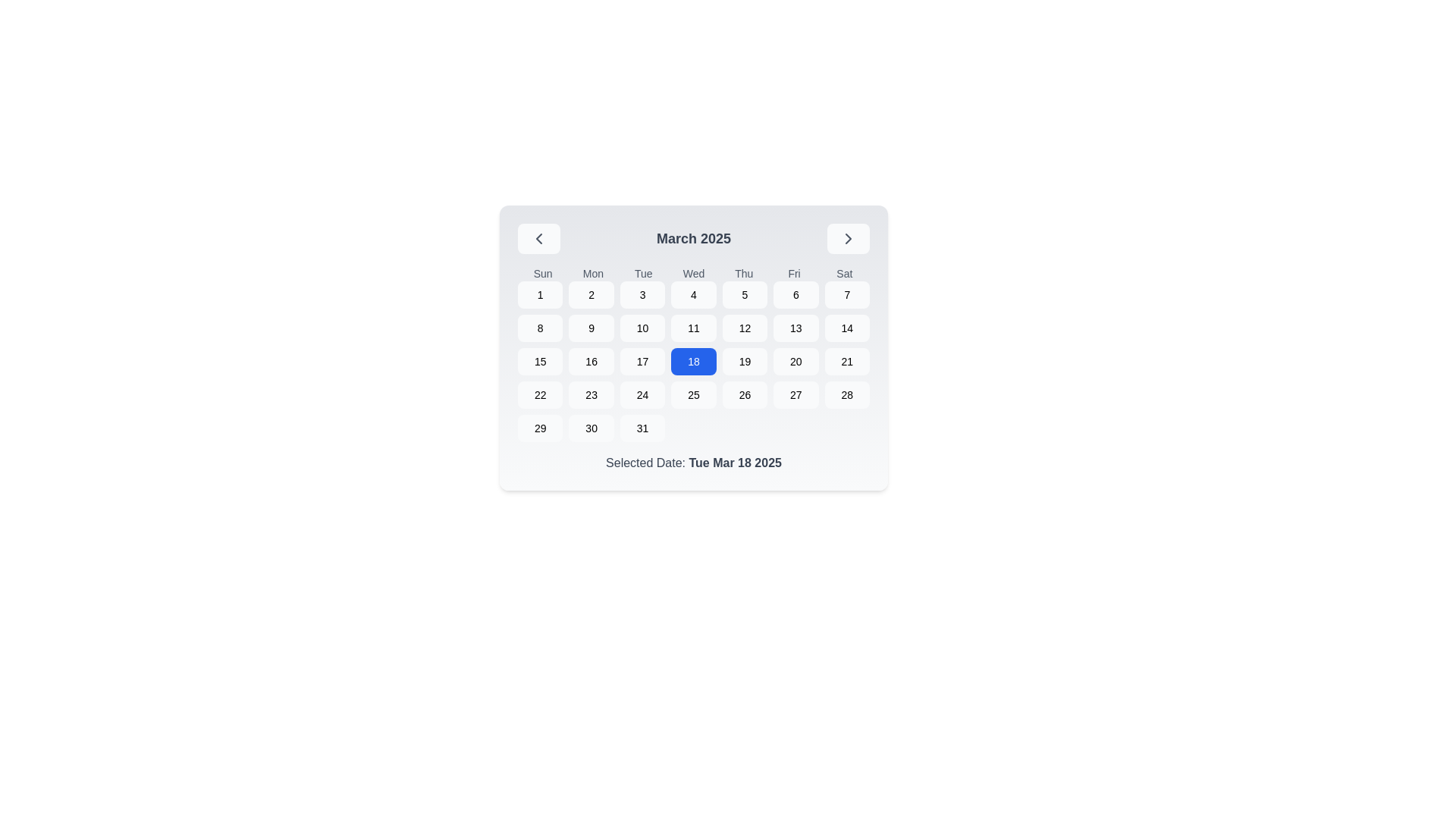 The image size is (1456, 819). Describe the element at coordinates (642, 394) in the screenshot. I see `the calendar date button representing the 24th day of the displayed month` at that location.